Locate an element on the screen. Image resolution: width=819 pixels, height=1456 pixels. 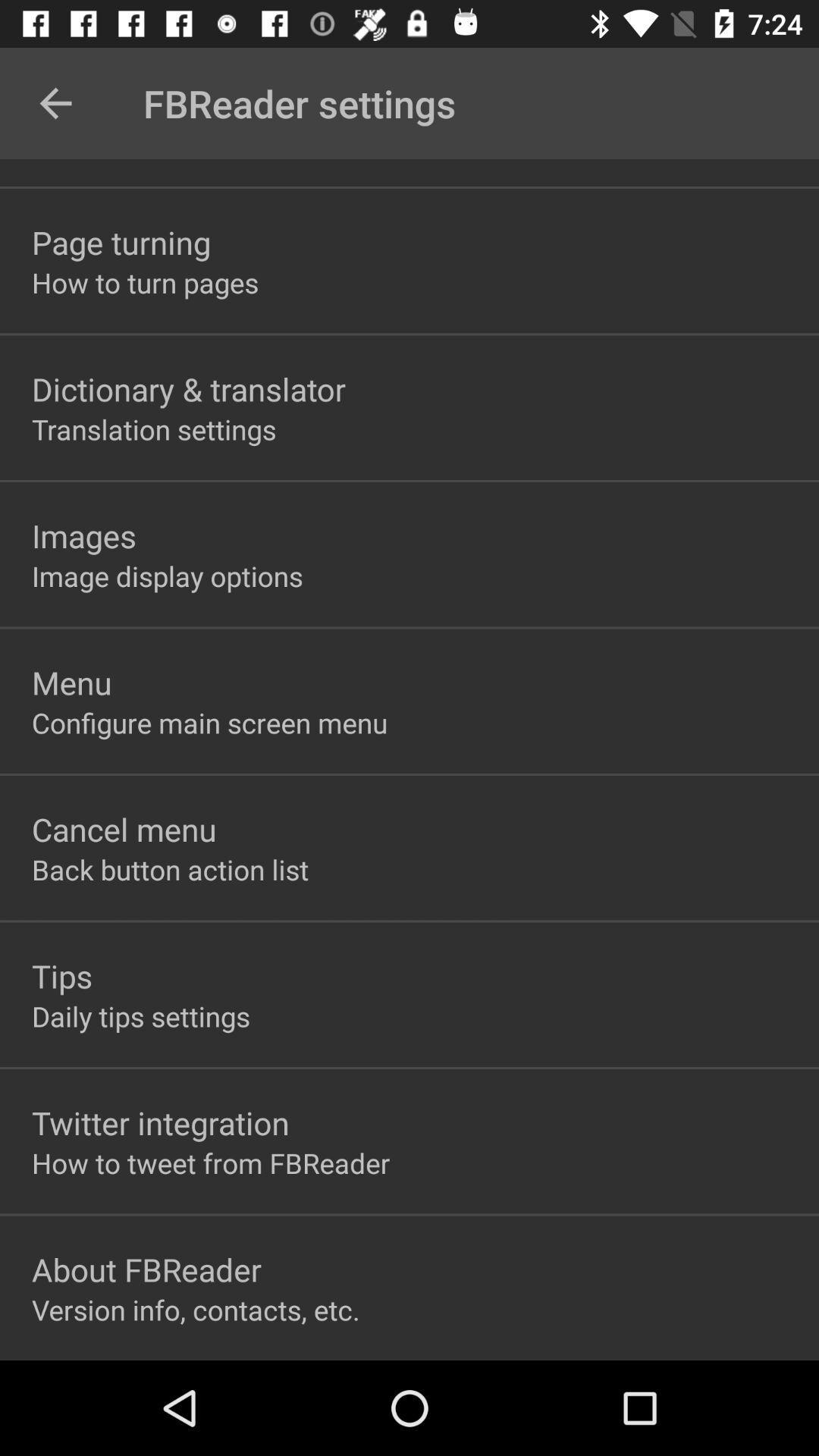
the dictionary & translator item is located at coordinates (188, 389).